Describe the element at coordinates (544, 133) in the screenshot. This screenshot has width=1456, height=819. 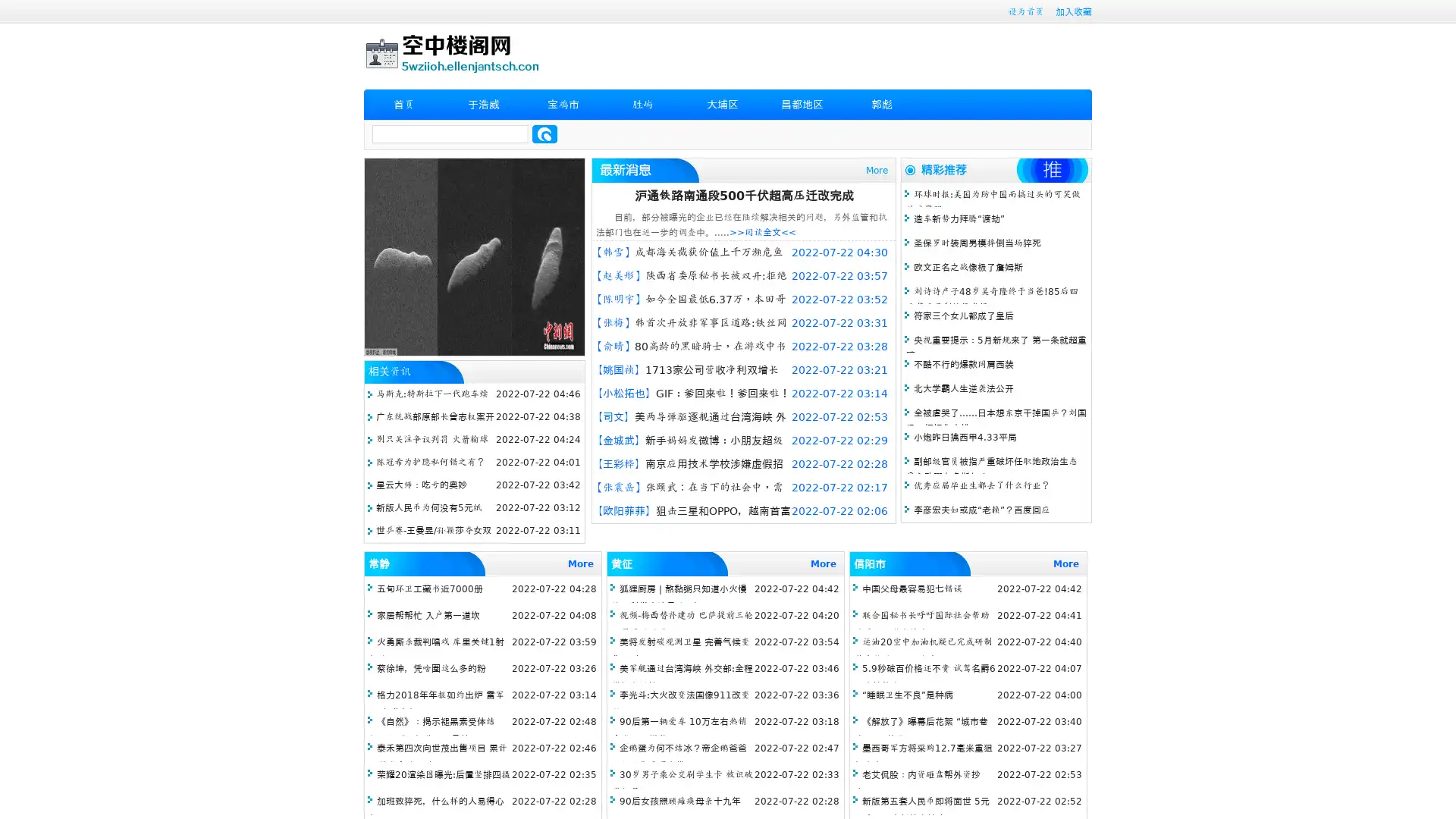
I see `Search` at that location.